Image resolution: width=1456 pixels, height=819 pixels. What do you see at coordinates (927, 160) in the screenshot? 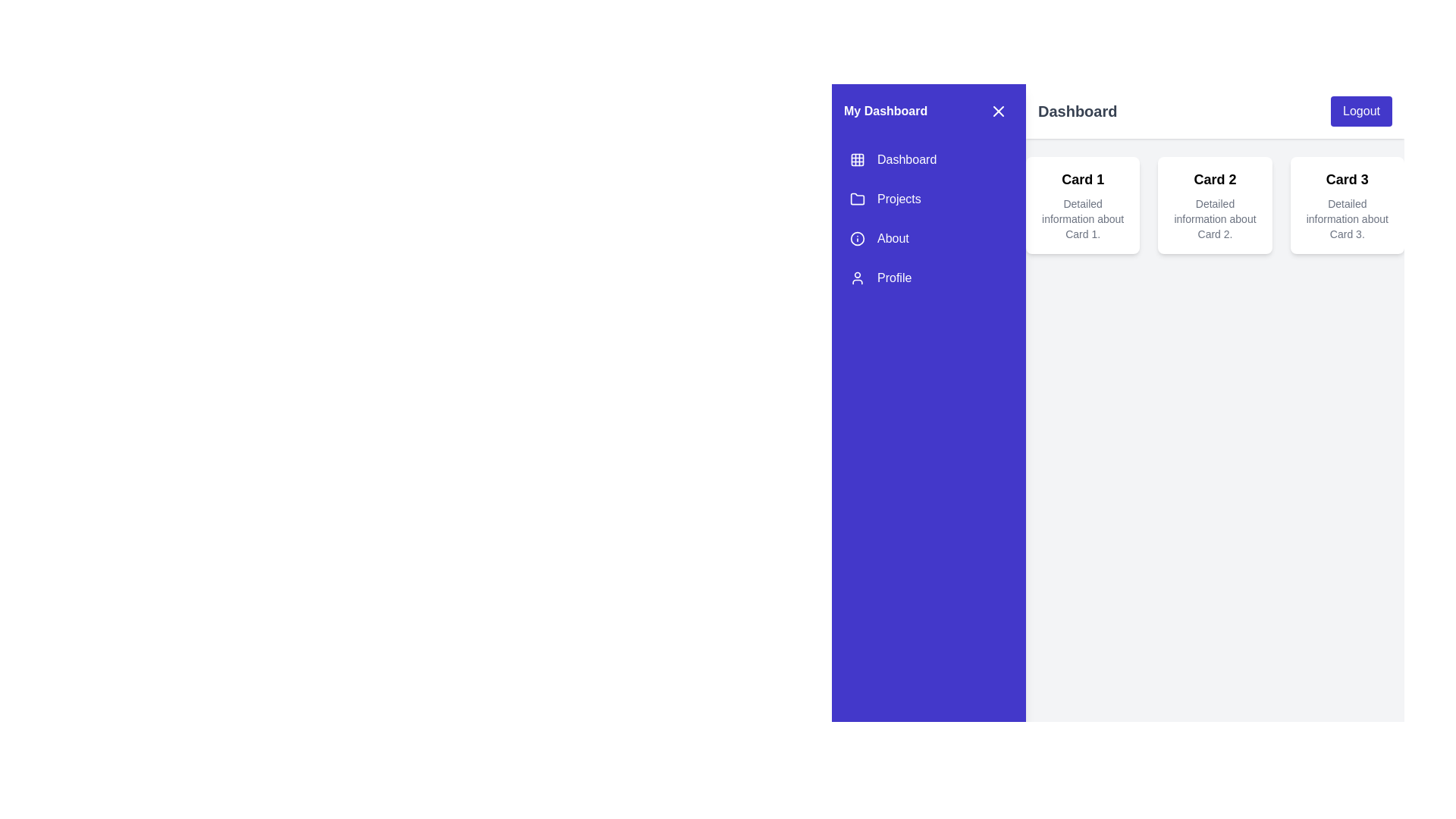
I see `the 'Dashboard' menu item, which is the first element in the vertical navigation menu on the left, featuring a grid icon and text that changes background color on hover` at bounding box center [927, 160].